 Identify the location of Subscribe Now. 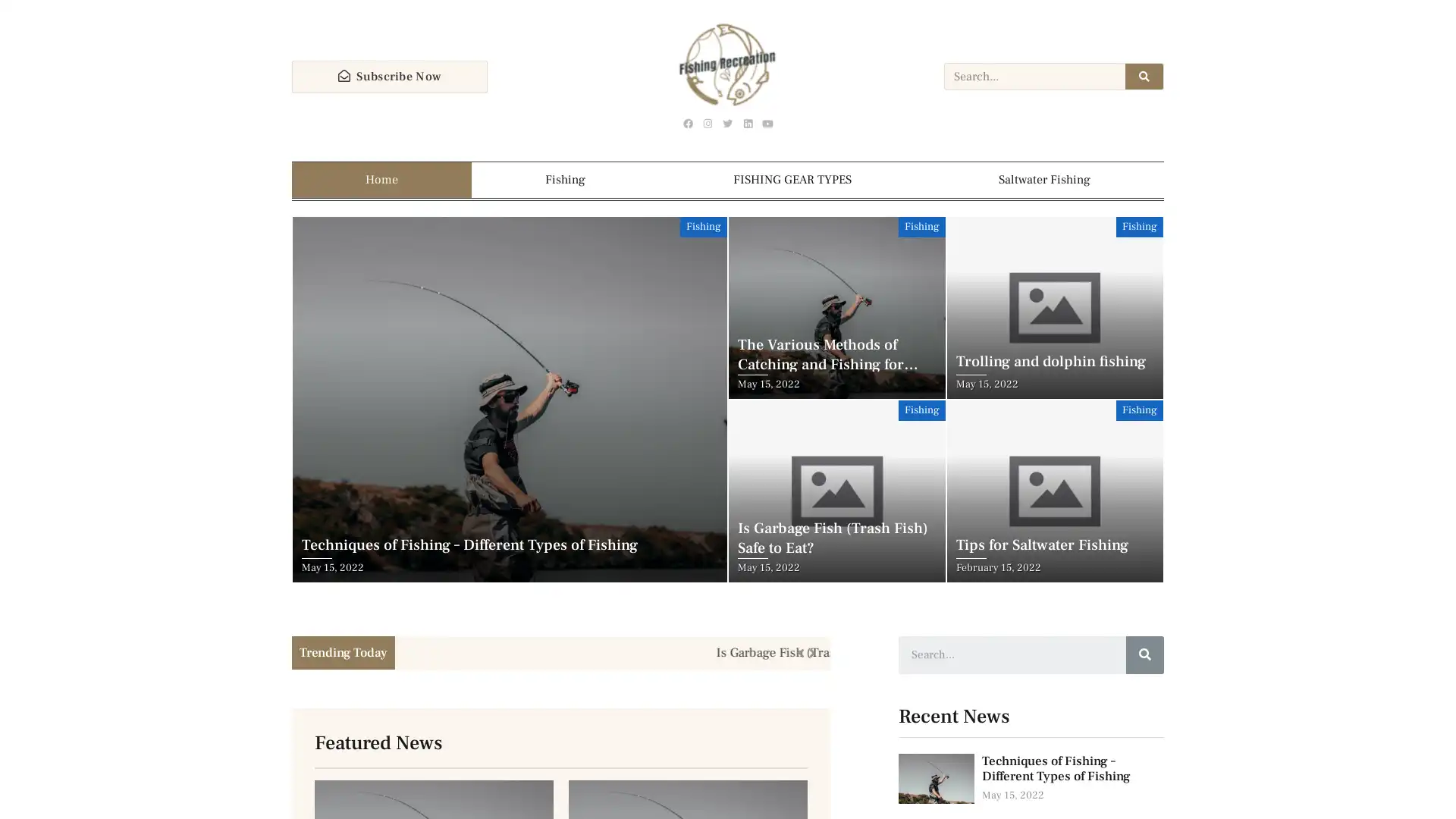
(389, 76).